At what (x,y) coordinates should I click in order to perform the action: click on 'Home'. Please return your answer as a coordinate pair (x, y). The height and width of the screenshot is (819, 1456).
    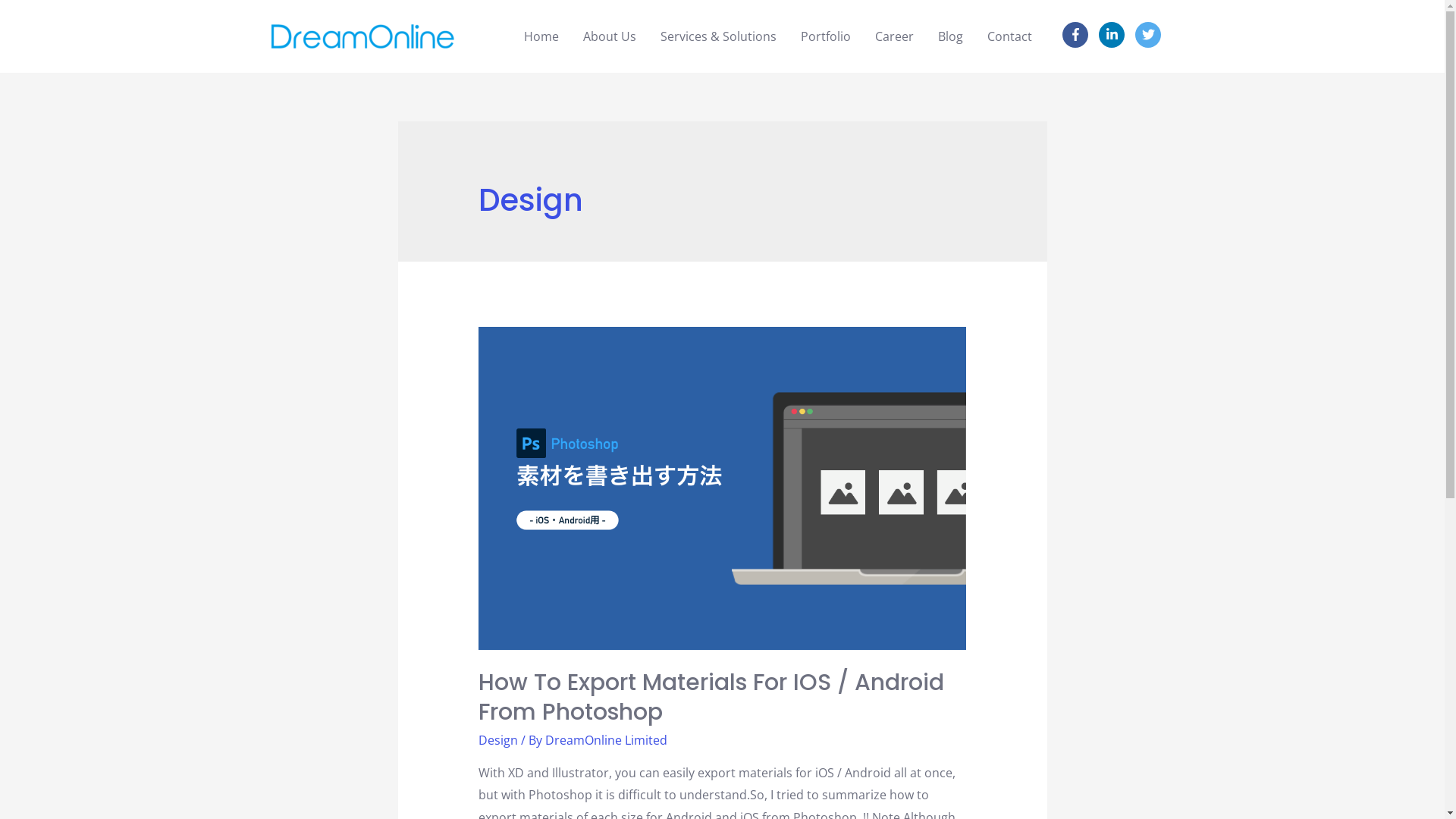
    Looking at the image, I should click on (541, 35).